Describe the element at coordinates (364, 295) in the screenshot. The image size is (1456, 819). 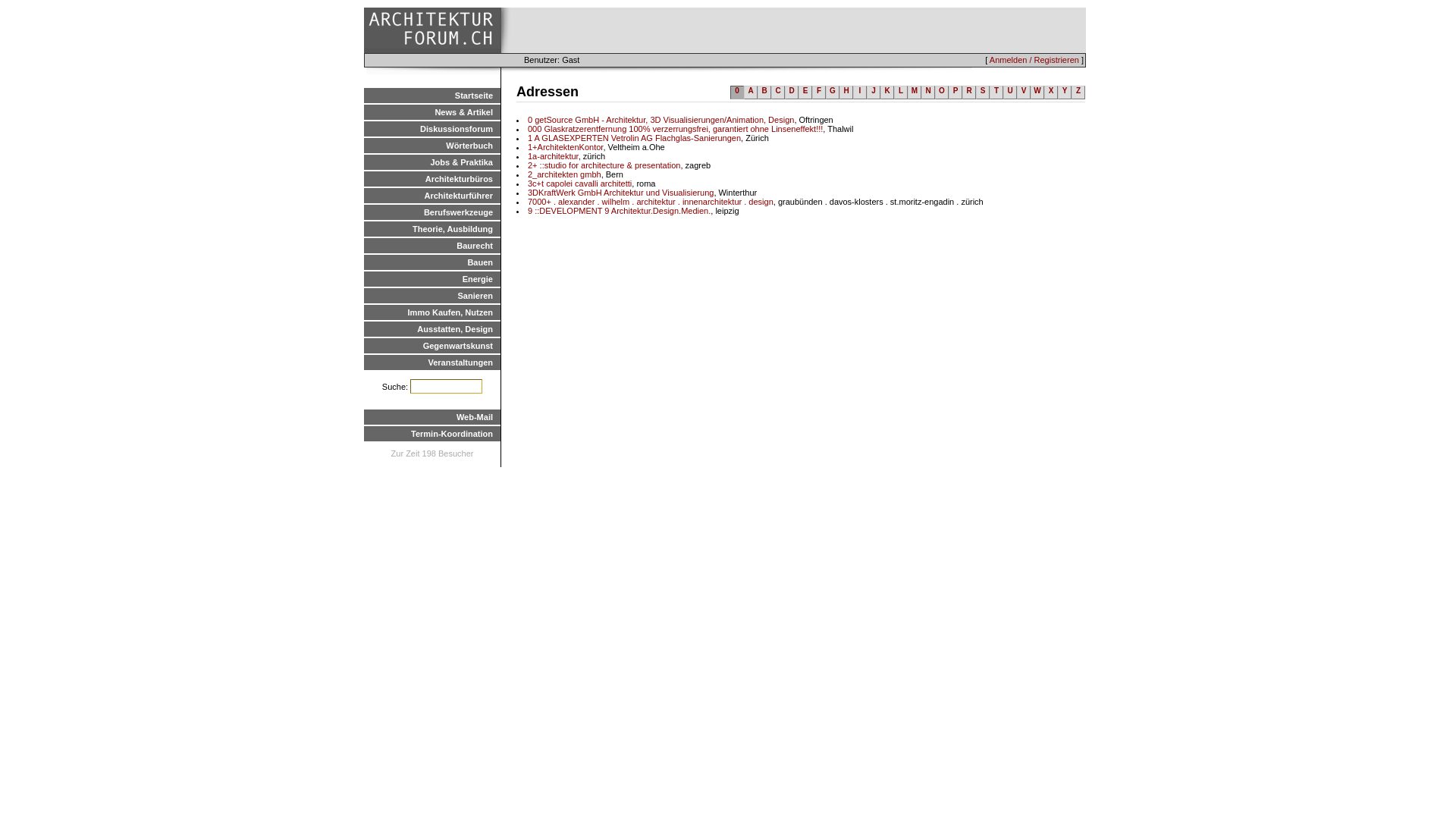
I see `'Sanieren'` at that location.